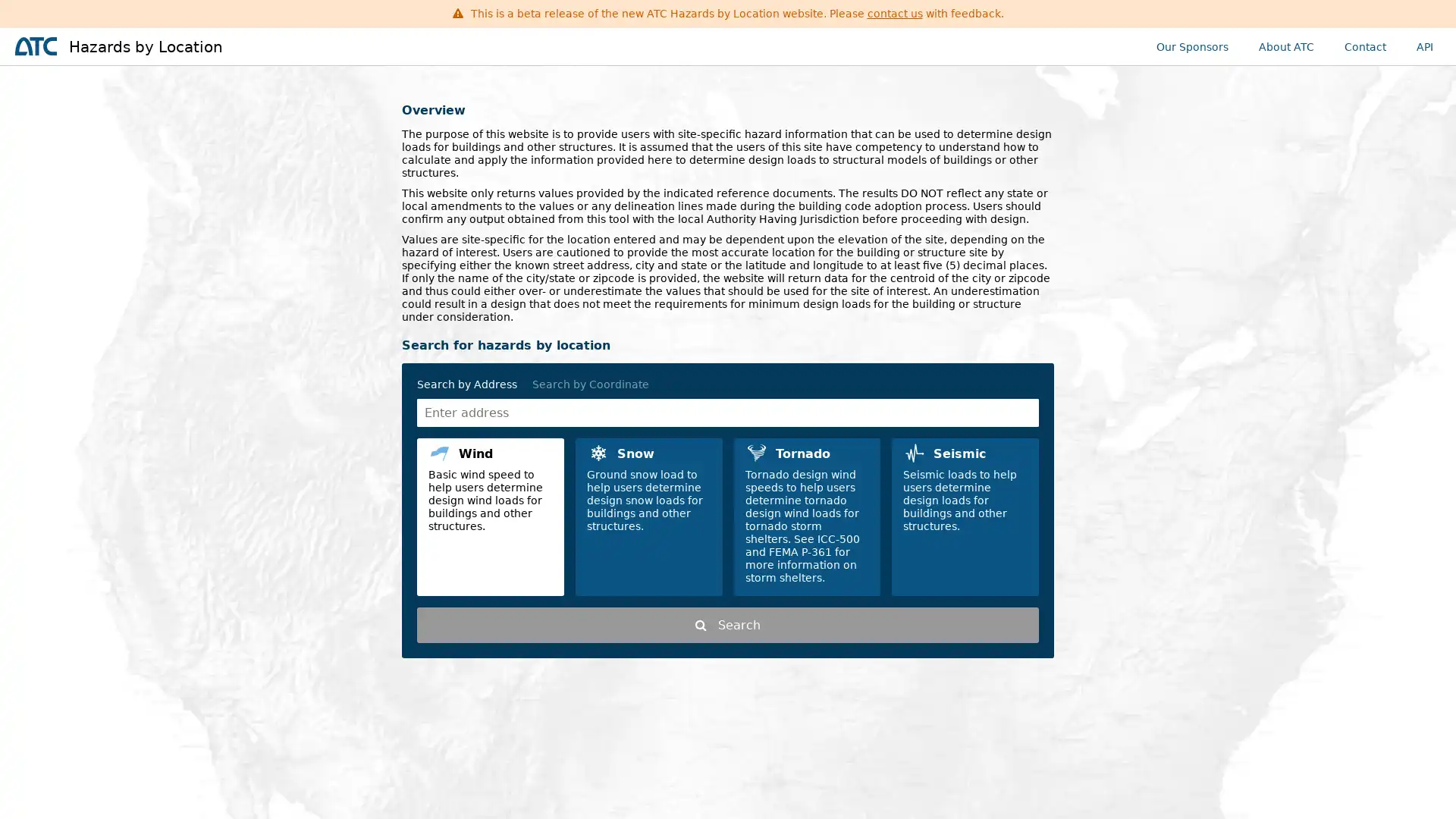 This screenshot has height=819, width=1456. Describe the element at coordinates (728, 625) in the screenshot. I see `Search` at that location.